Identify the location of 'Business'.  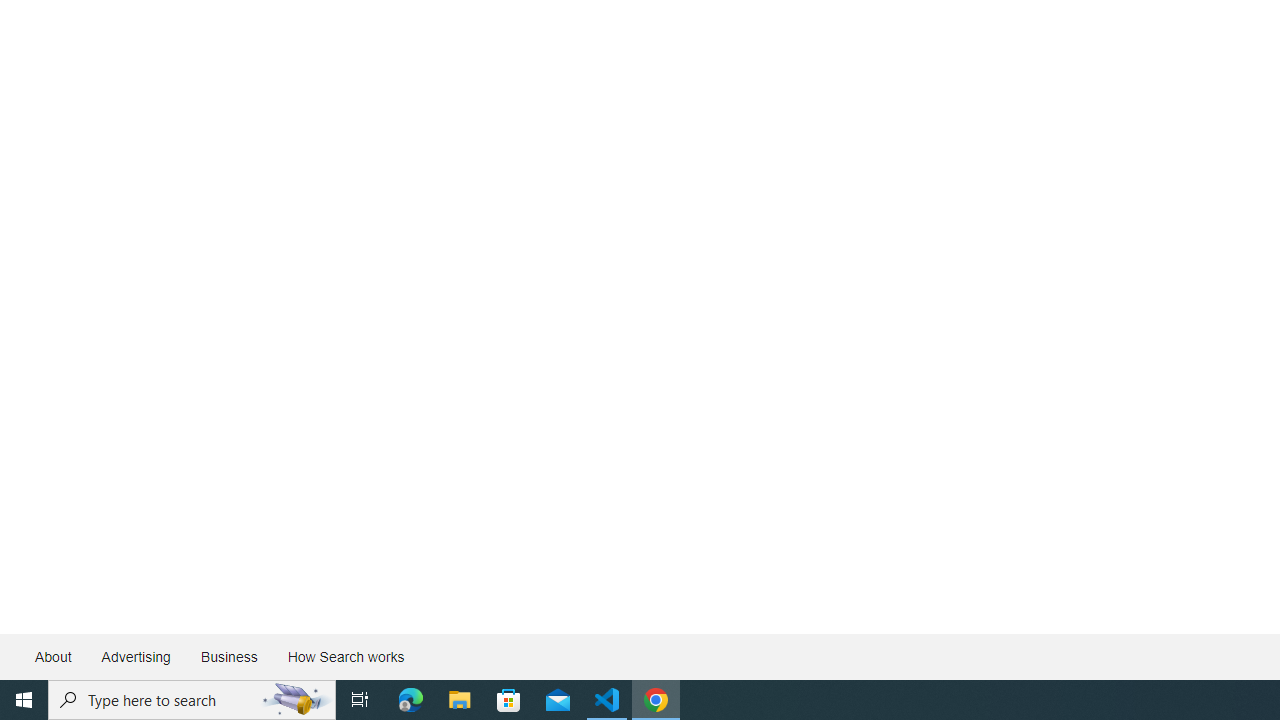
(229, 657).